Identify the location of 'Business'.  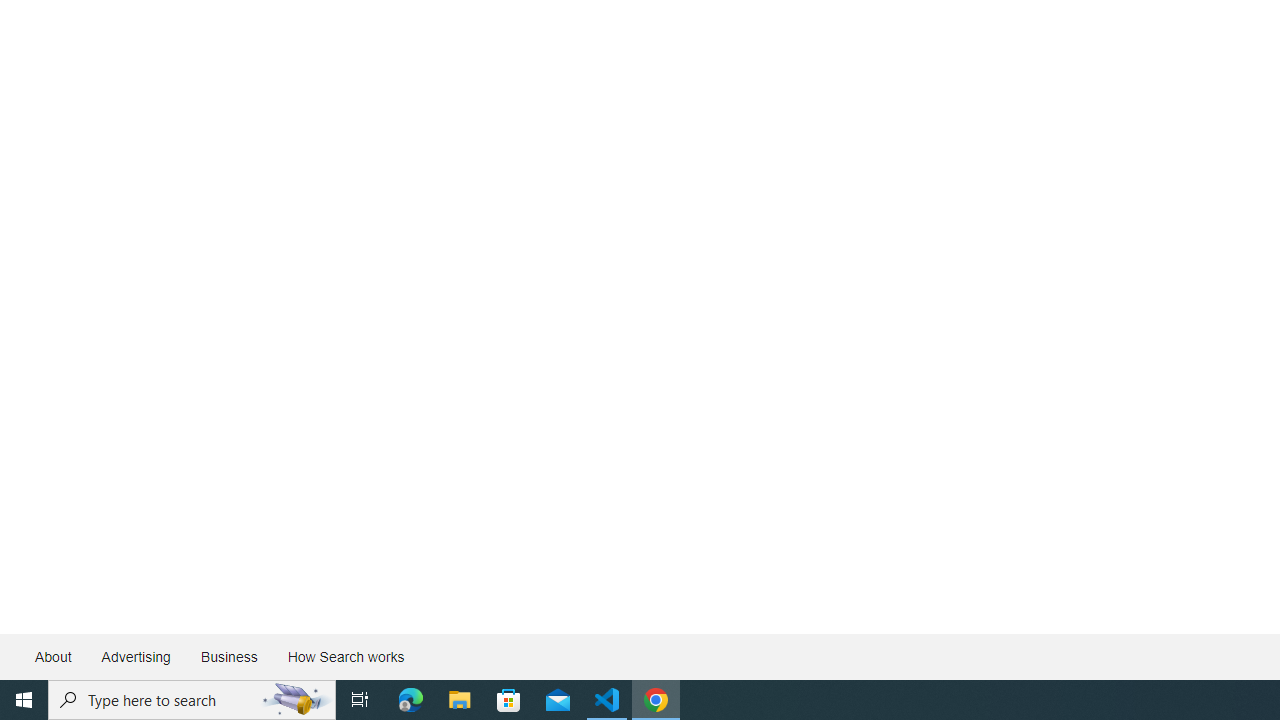
(229, 657).